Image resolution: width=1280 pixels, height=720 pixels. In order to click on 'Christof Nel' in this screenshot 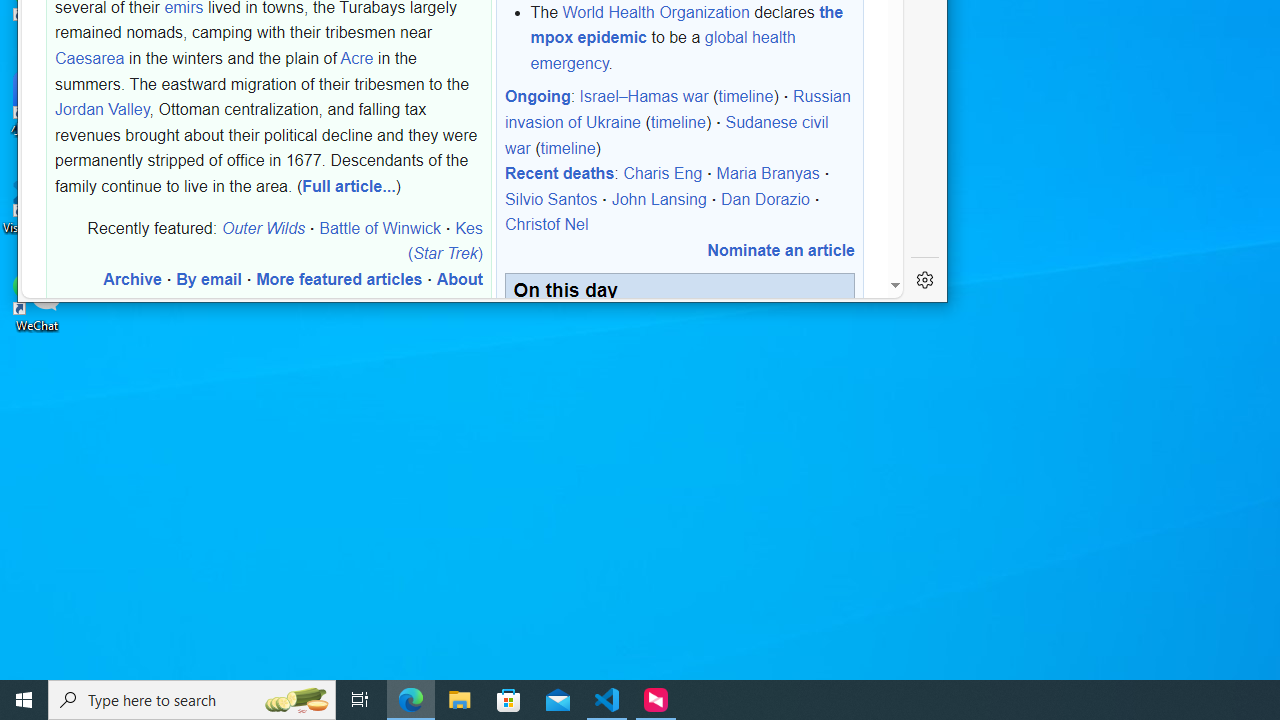, I will do `click(546, 225)`.